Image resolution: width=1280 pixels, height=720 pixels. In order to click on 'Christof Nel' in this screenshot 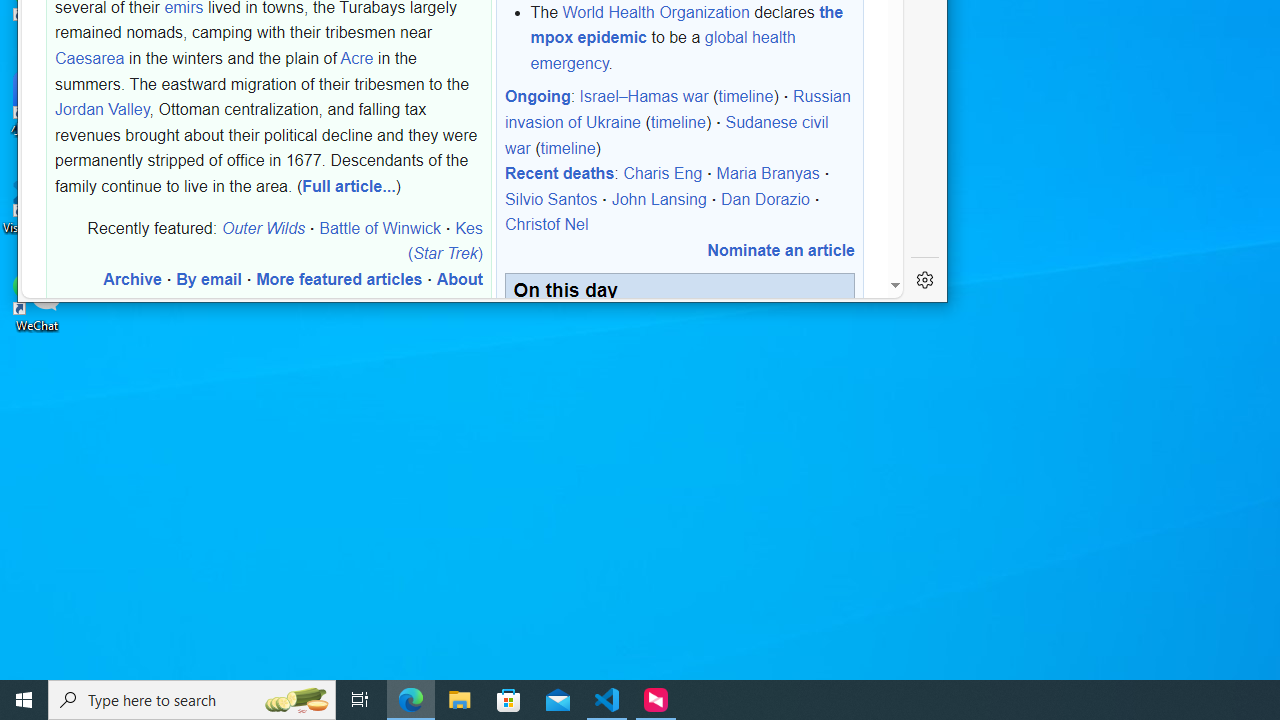, I will do `click(546, 225)`.